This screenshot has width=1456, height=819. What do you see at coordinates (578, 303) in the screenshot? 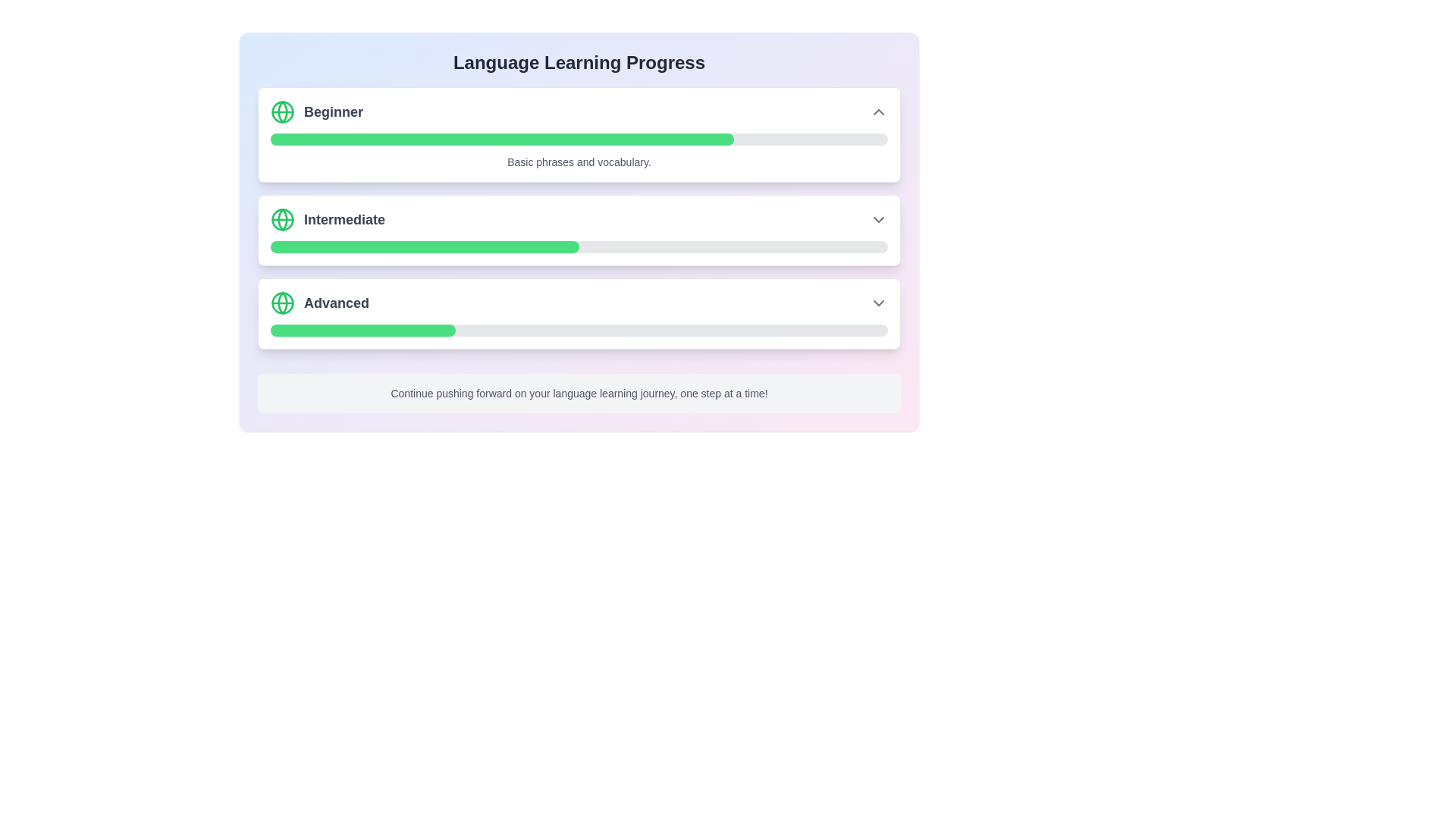
I see `the 'Advanced' level list item in the language learning progress tracker` at bounding box center [578, 303].